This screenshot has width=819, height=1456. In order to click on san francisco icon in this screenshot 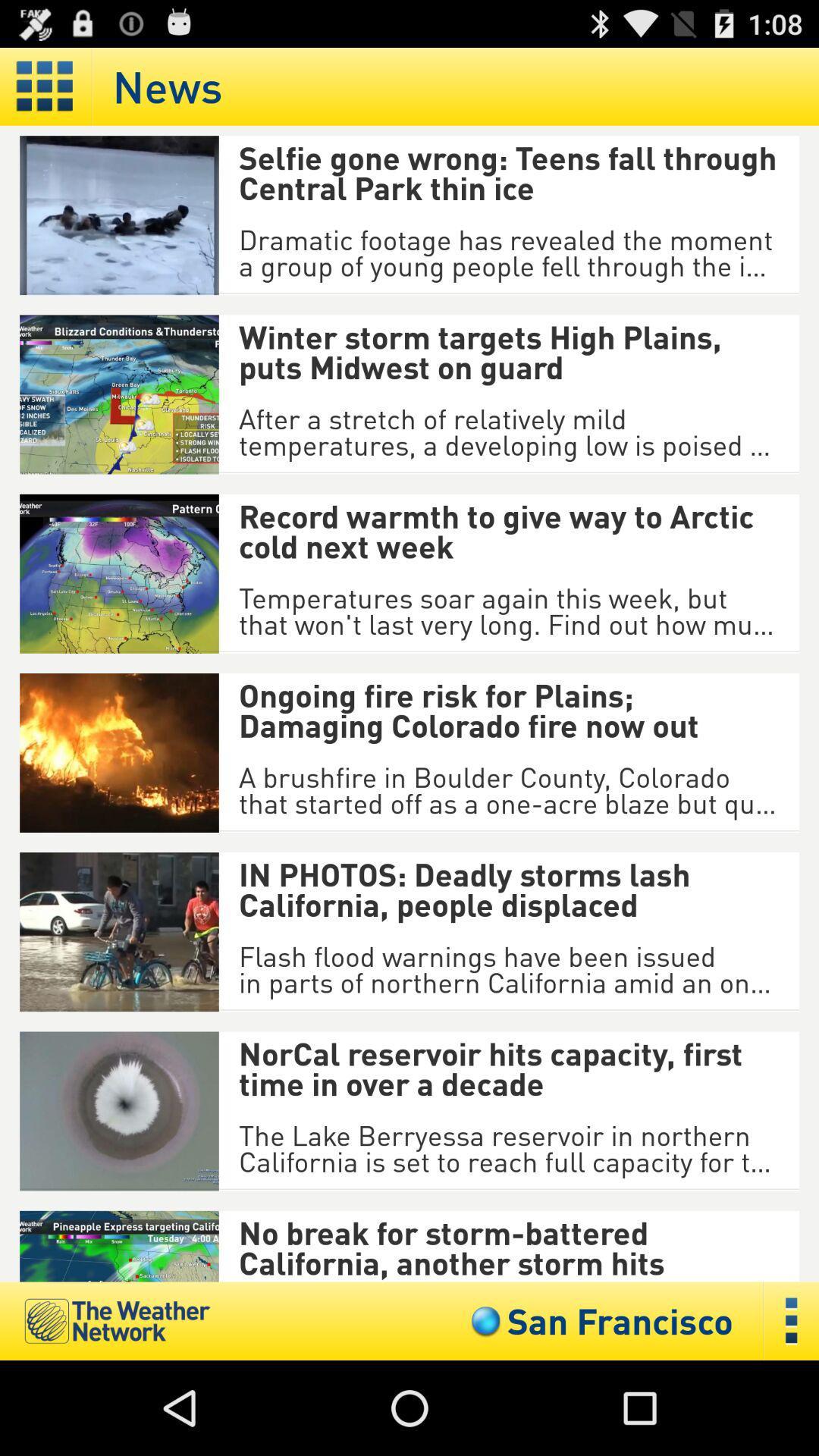, I will do `click(598, 1320)`.